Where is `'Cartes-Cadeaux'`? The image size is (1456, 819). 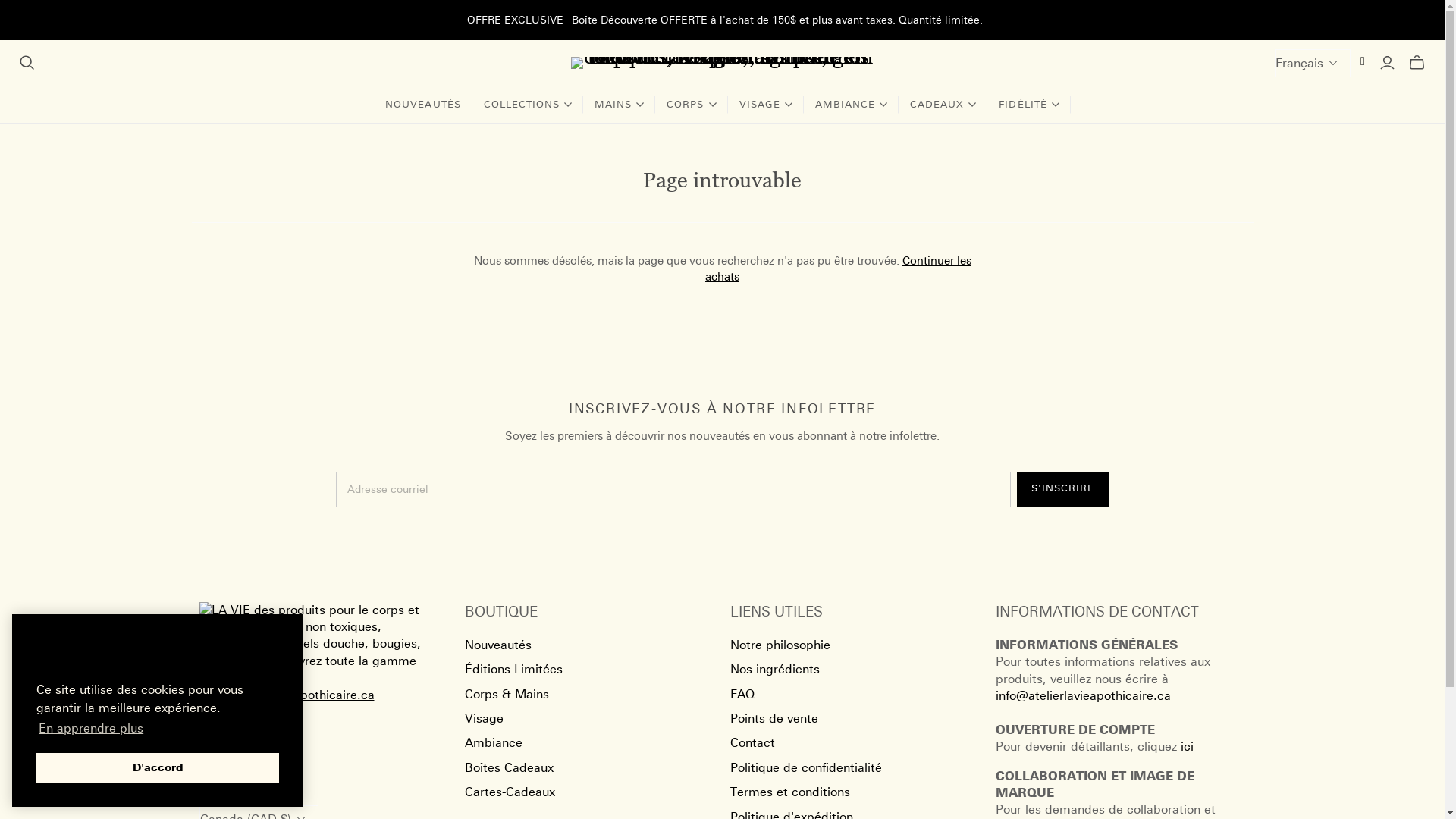
'Cartes-Cadeaux' is located at coordinates (509, 791).